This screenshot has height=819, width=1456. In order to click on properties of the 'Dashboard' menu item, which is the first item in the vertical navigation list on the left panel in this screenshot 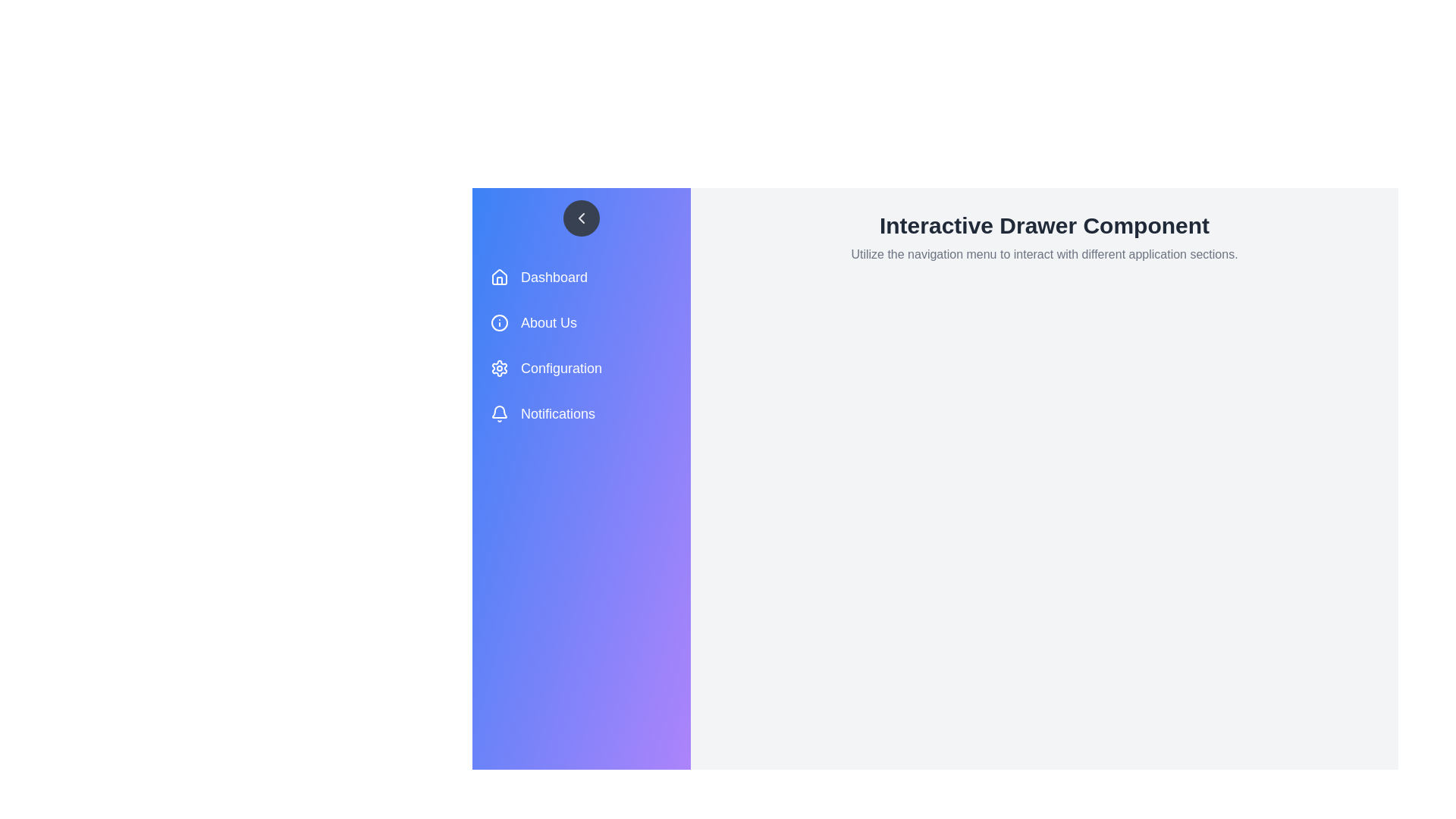, I will do `click(586, 278)`.